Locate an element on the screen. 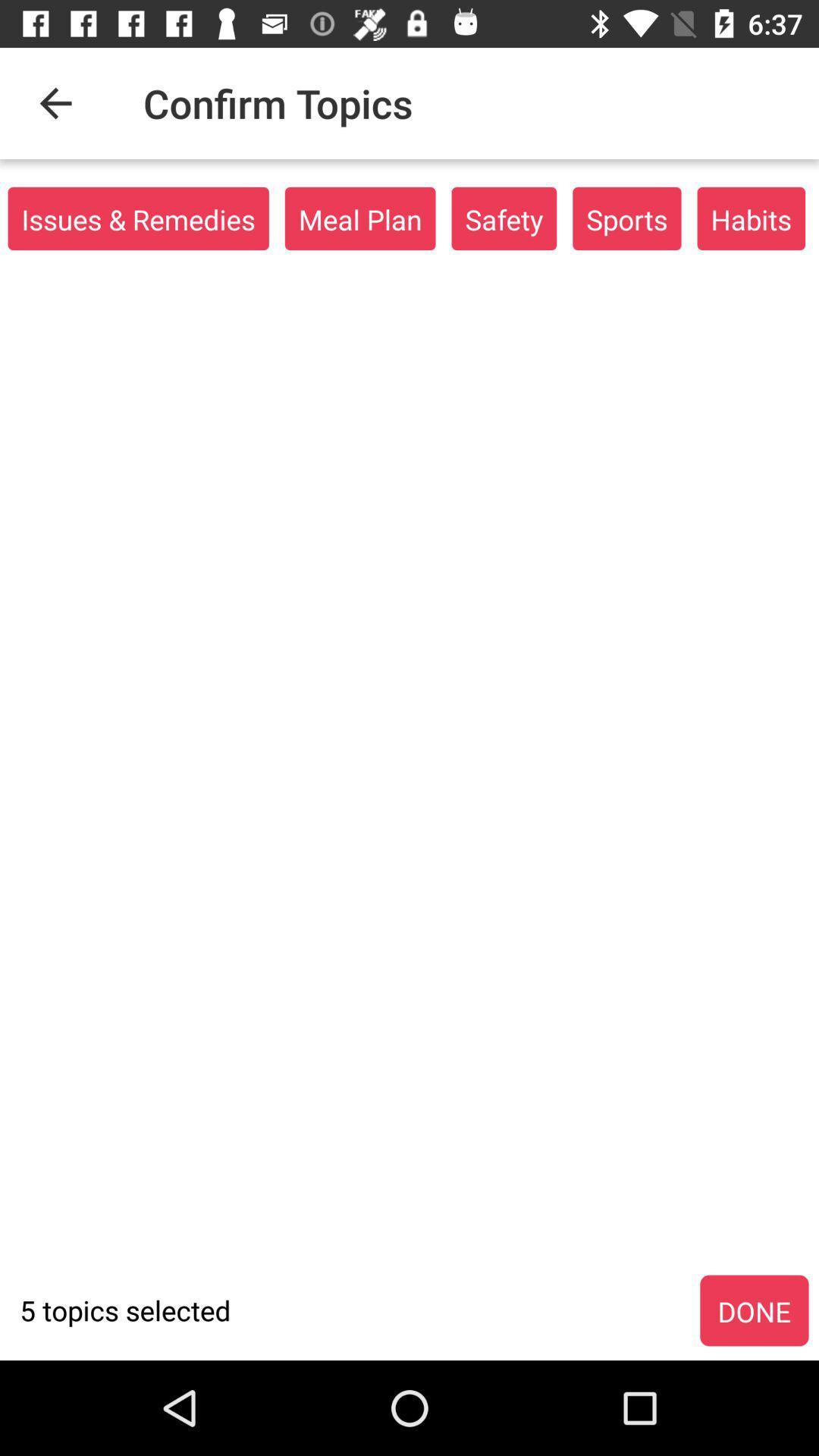  icon next to 5 topics selected  item is located at coordinates (754, 1310).